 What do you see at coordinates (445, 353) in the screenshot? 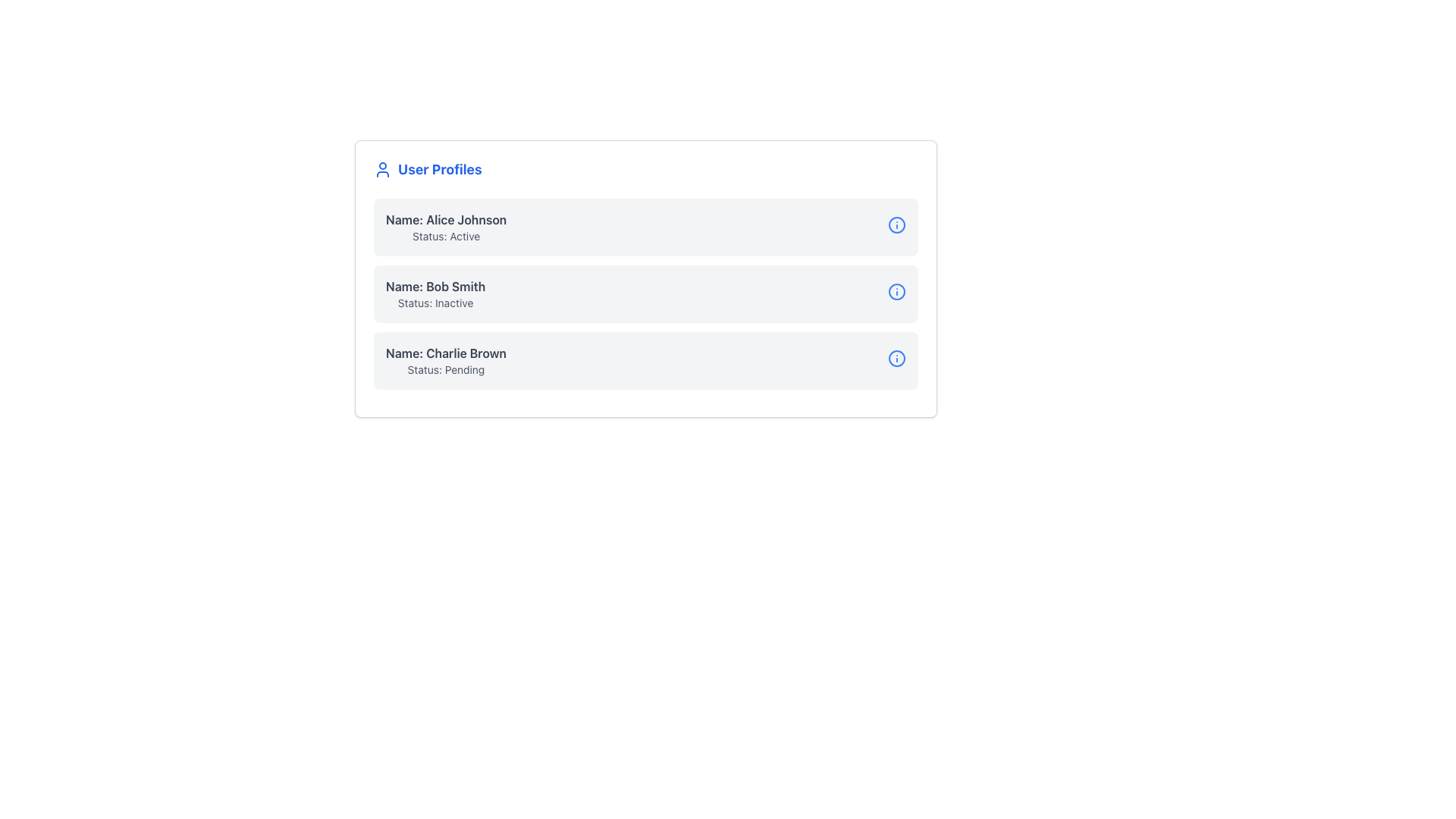
I see `the text label that provides the name of a user, located as the first line of text in the third entry of the vertically stacked list within the 'User Profiles' card` at bounding box center [445, 353].